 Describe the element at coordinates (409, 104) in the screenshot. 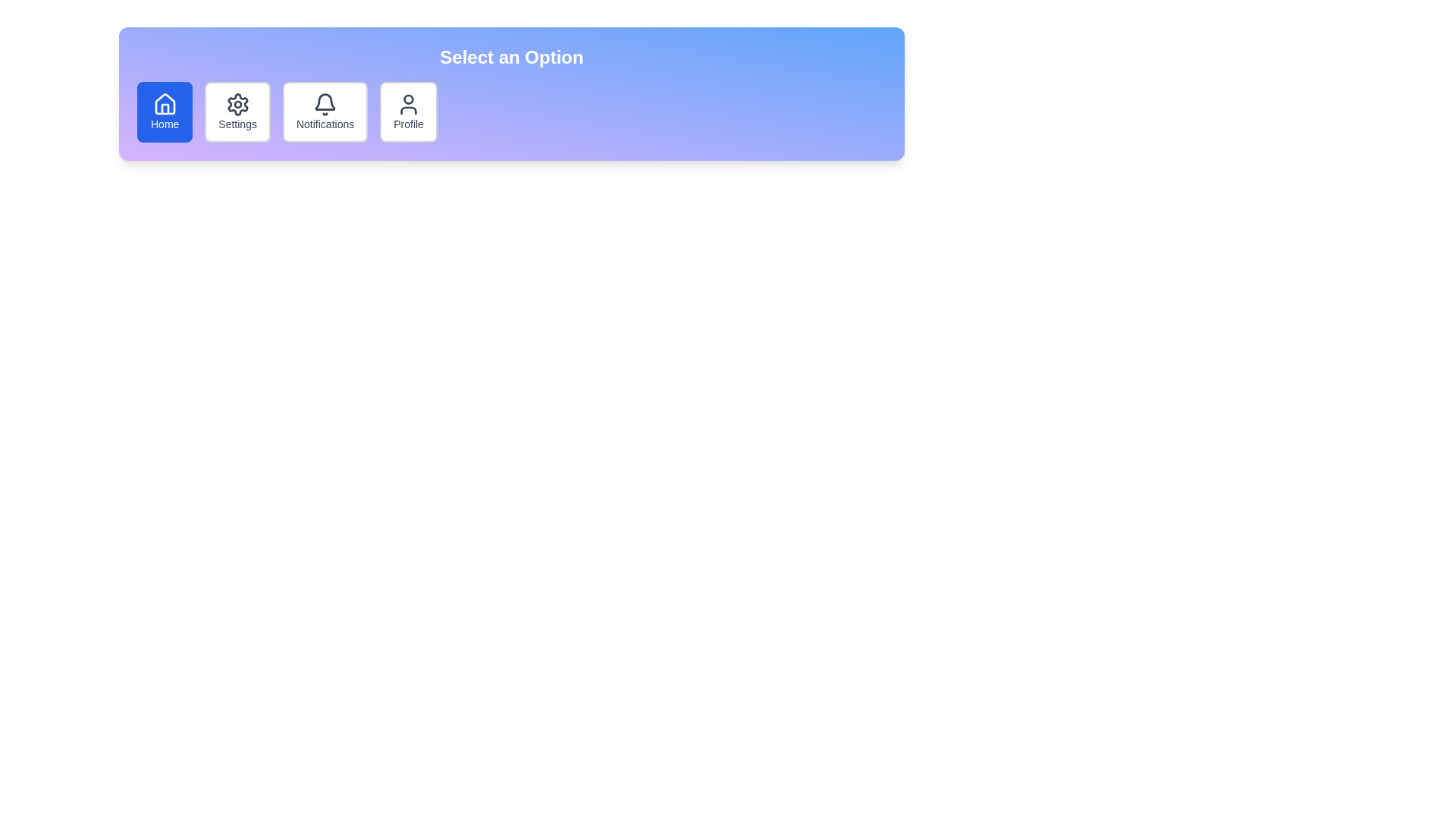

I see `the user profile icon located` at that location.